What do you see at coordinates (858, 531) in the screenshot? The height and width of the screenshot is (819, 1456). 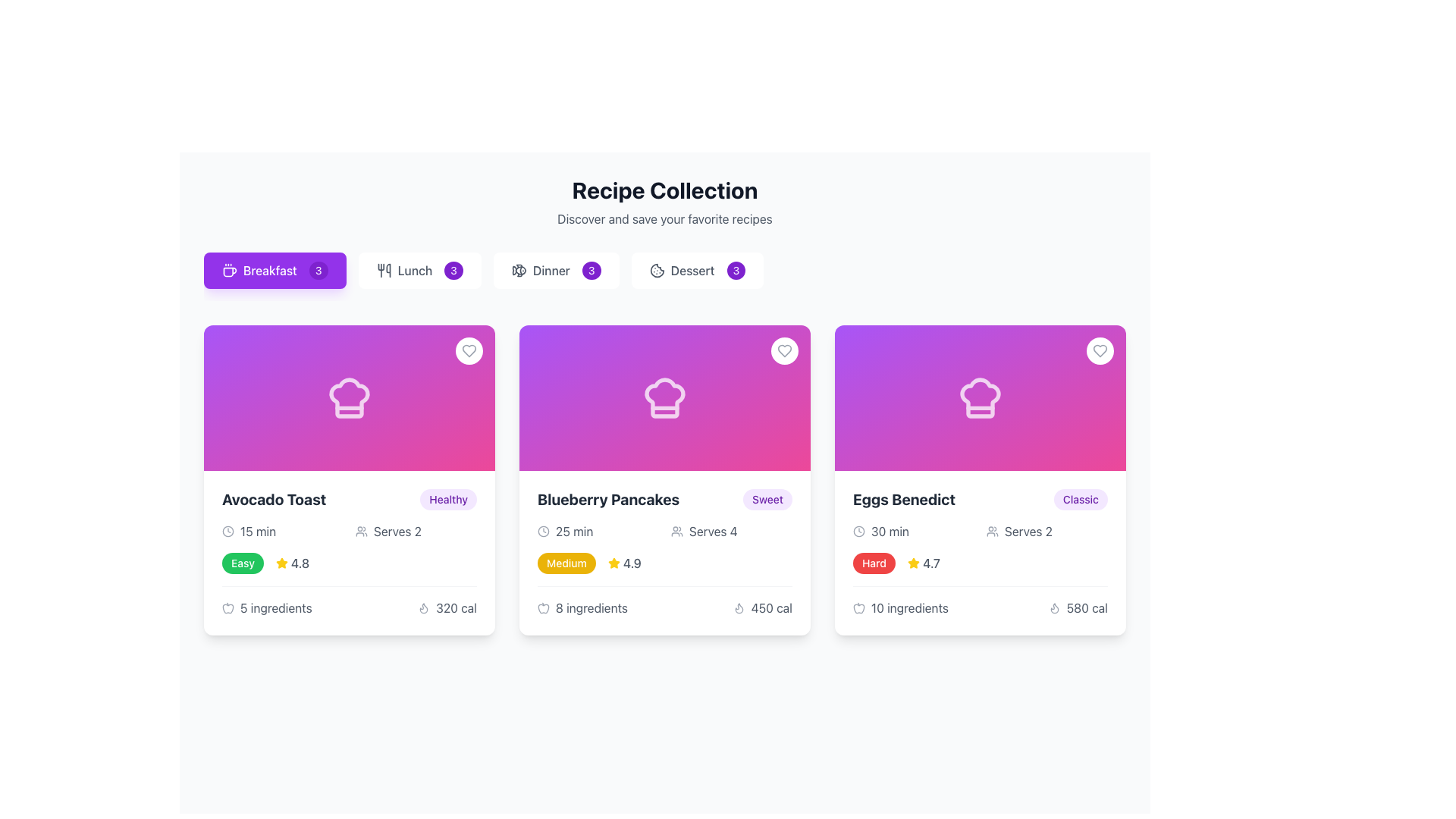 I see `the clock icon located to the left of the text '30 min' in the 'Eggs Benedict' card` at bounding box center [858, 531].